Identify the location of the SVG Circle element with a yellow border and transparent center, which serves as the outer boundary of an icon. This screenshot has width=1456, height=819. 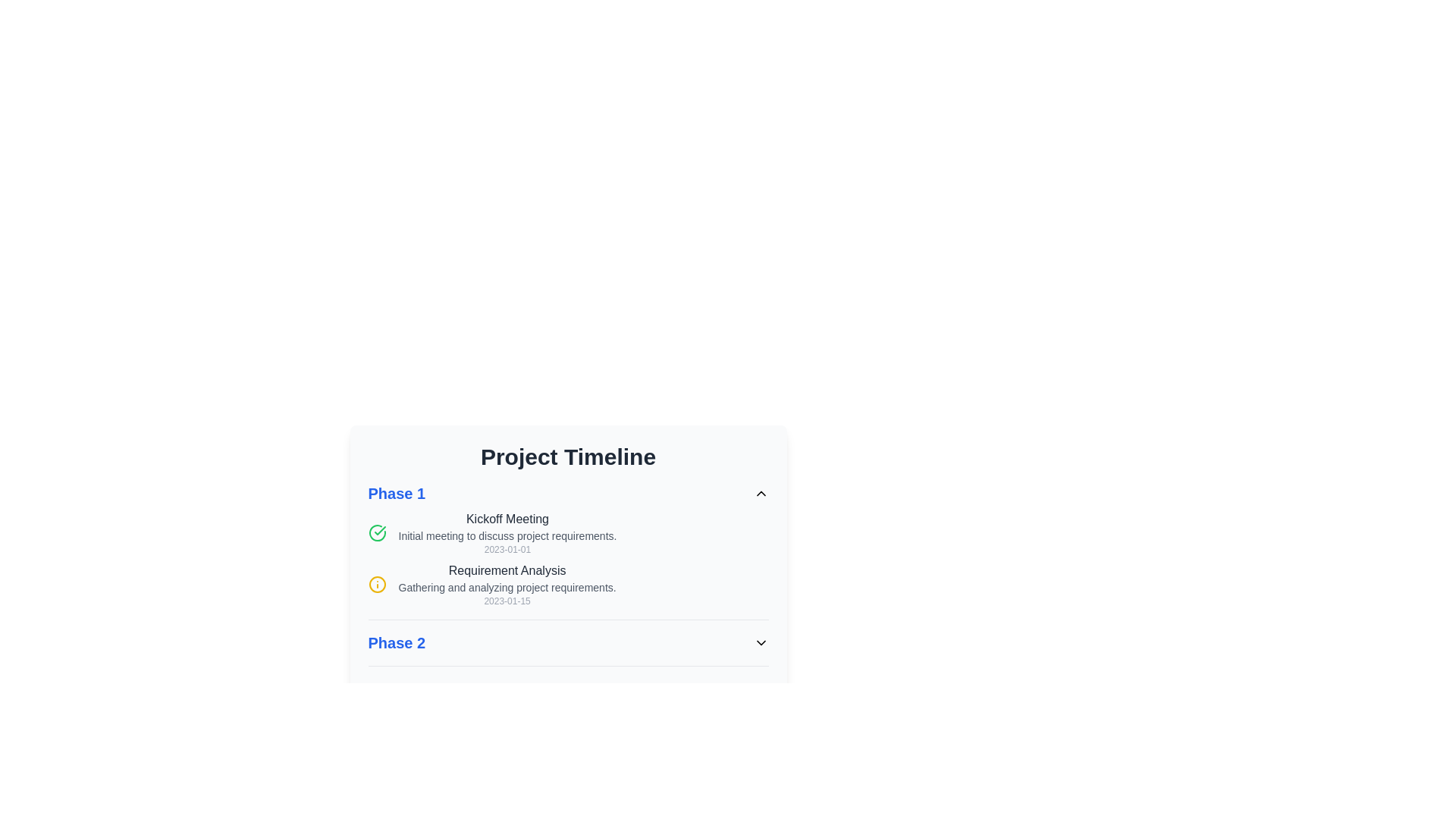
(377, 584).